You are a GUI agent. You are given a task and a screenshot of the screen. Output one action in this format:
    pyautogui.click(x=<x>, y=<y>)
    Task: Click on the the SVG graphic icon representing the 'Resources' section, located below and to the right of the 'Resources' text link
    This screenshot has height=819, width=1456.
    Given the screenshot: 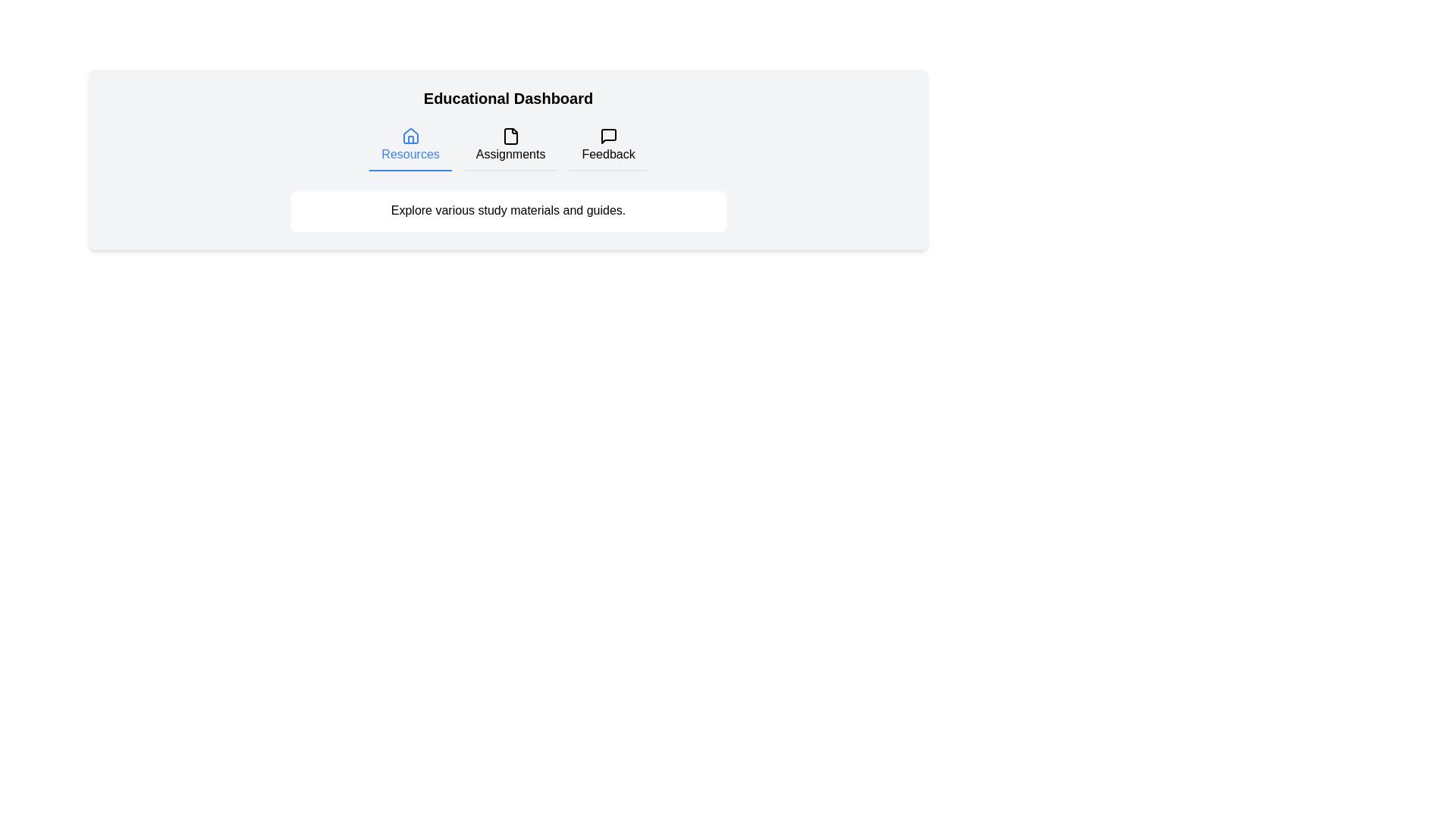 What is the action you would take?
    pyautogui.click(x=410, y=135)
    